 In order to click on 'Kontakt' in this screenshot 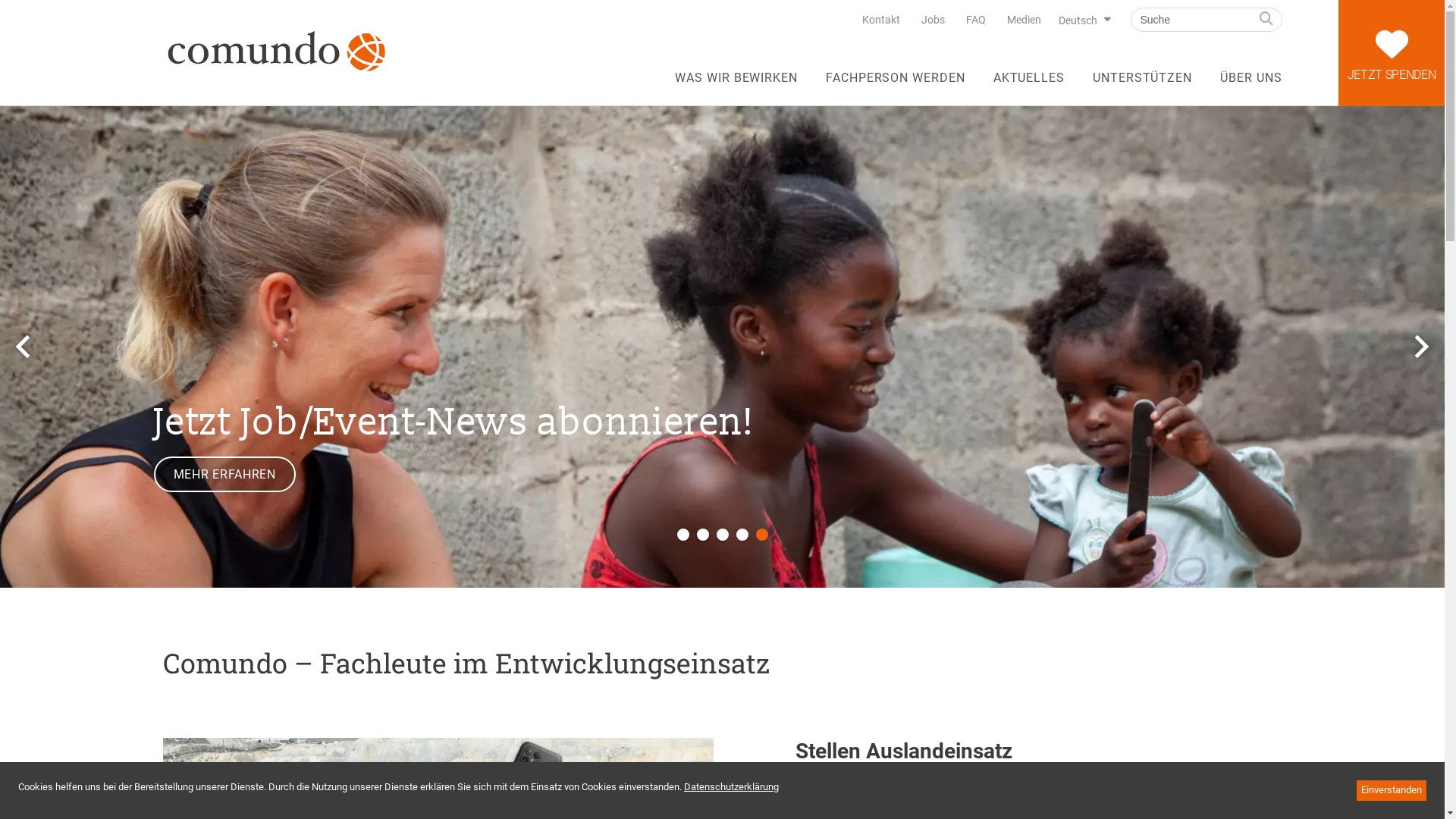, I will do `click(880, 20)`.